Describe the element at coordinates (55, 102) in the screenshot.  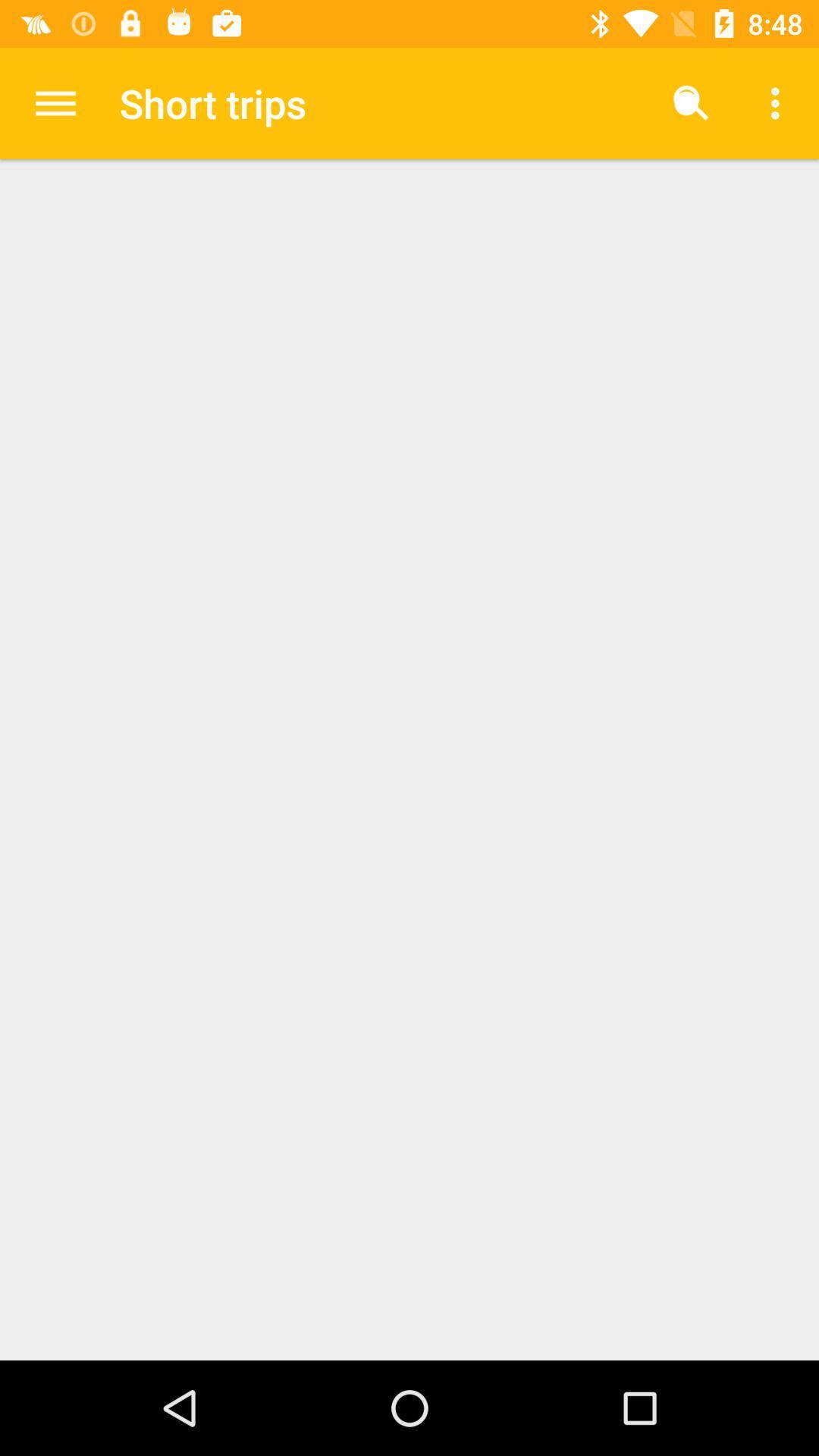
I see `item next to the short trips app` at that location.